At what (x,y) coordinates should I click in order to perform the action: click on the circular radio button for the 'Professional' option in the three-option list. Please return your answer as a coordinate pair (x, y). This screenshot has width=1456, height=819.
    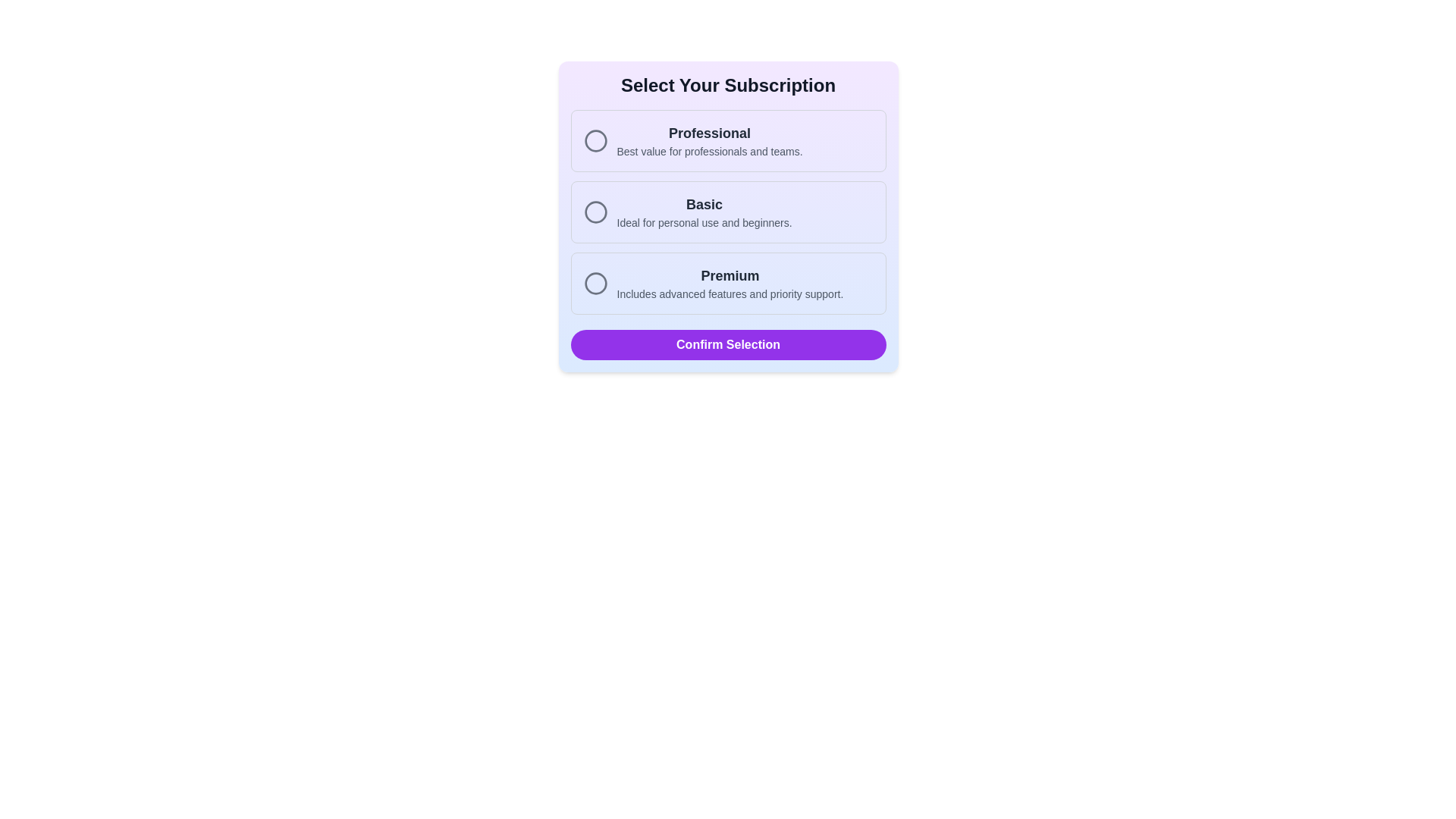
    Looking at the image, I should click on (595, 140).